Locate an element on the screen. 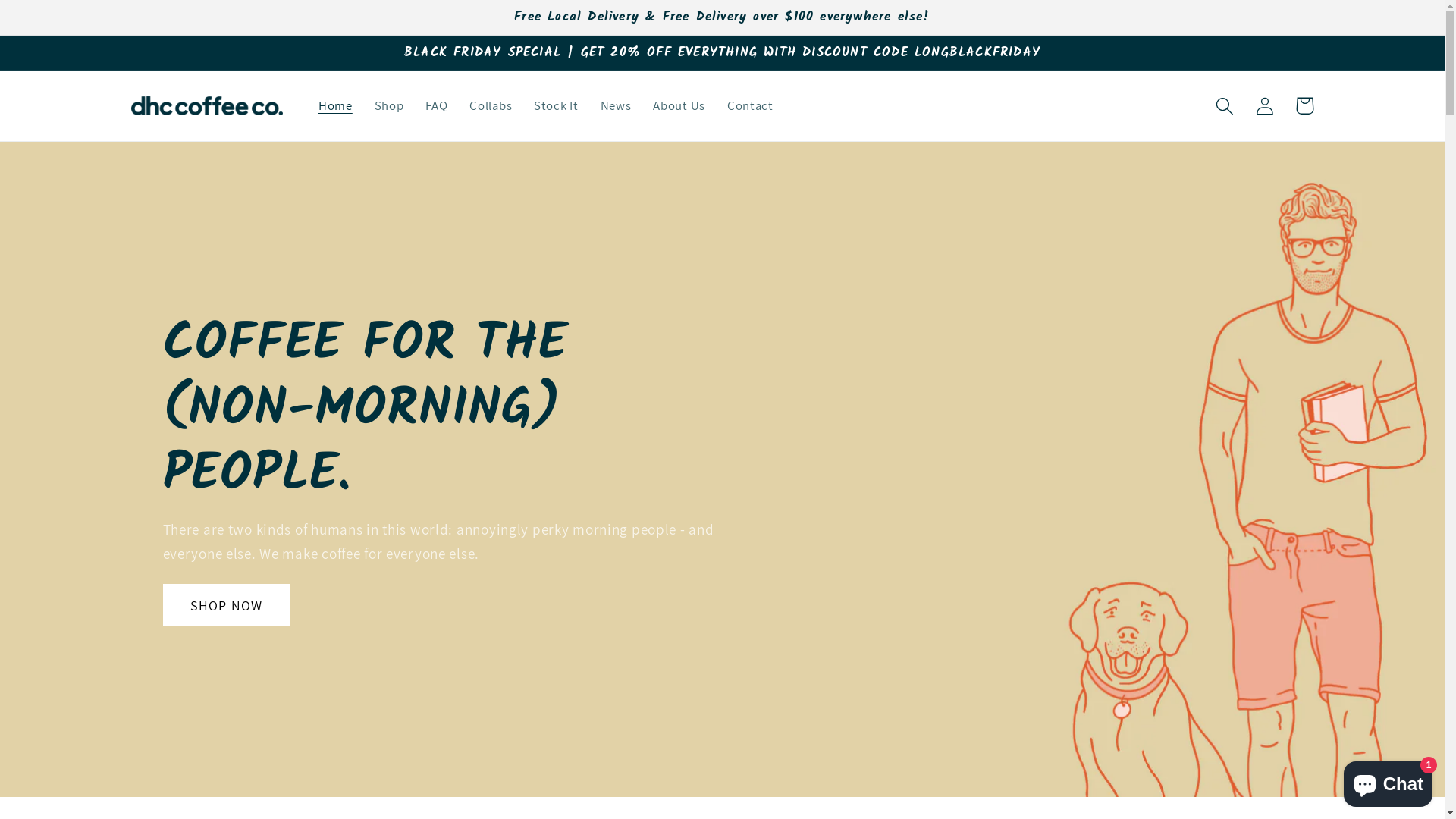  'Stock It' is located at coordinates (556, 105).